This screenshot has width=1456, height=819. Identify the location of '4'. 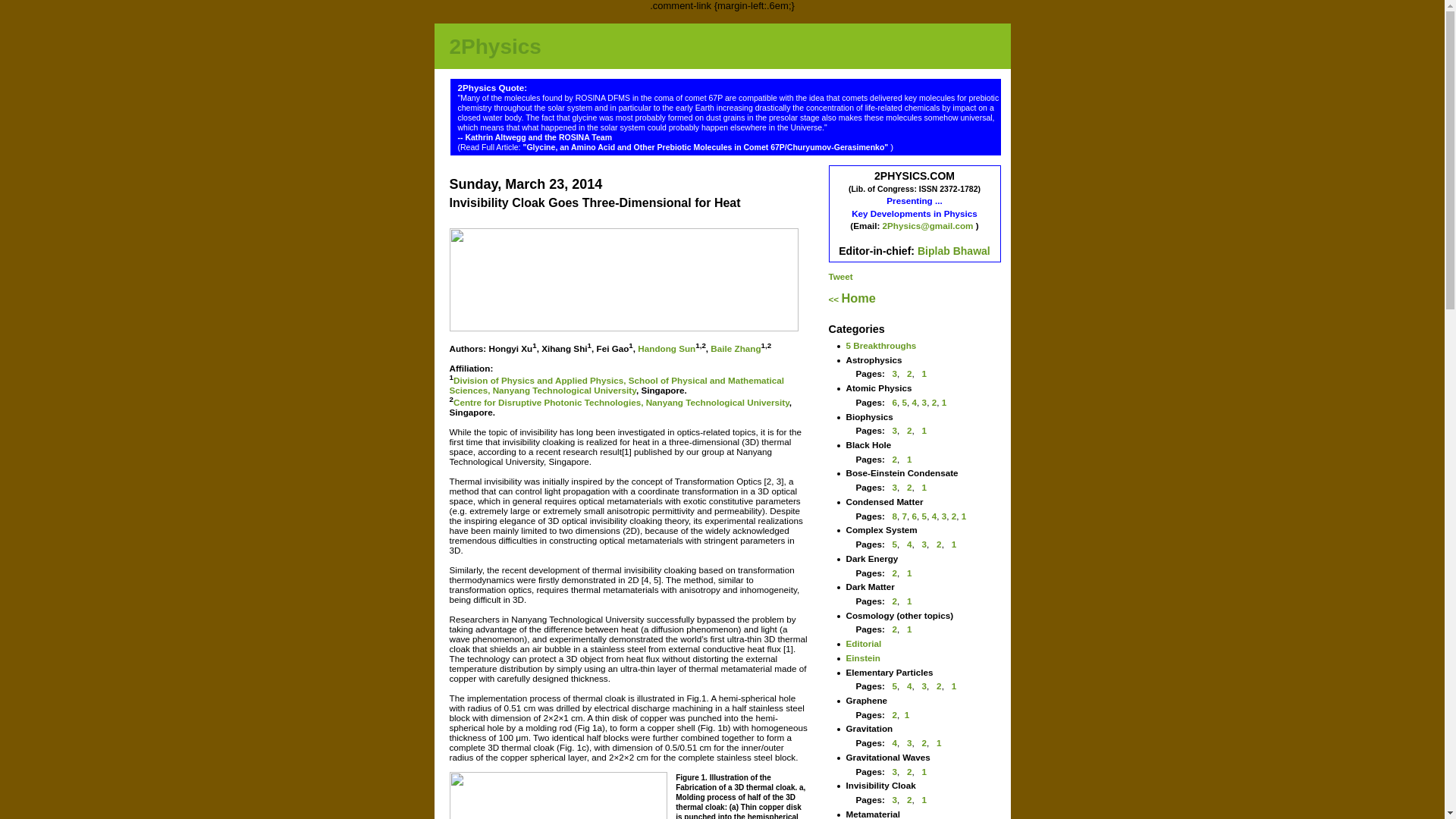
(892, 742).